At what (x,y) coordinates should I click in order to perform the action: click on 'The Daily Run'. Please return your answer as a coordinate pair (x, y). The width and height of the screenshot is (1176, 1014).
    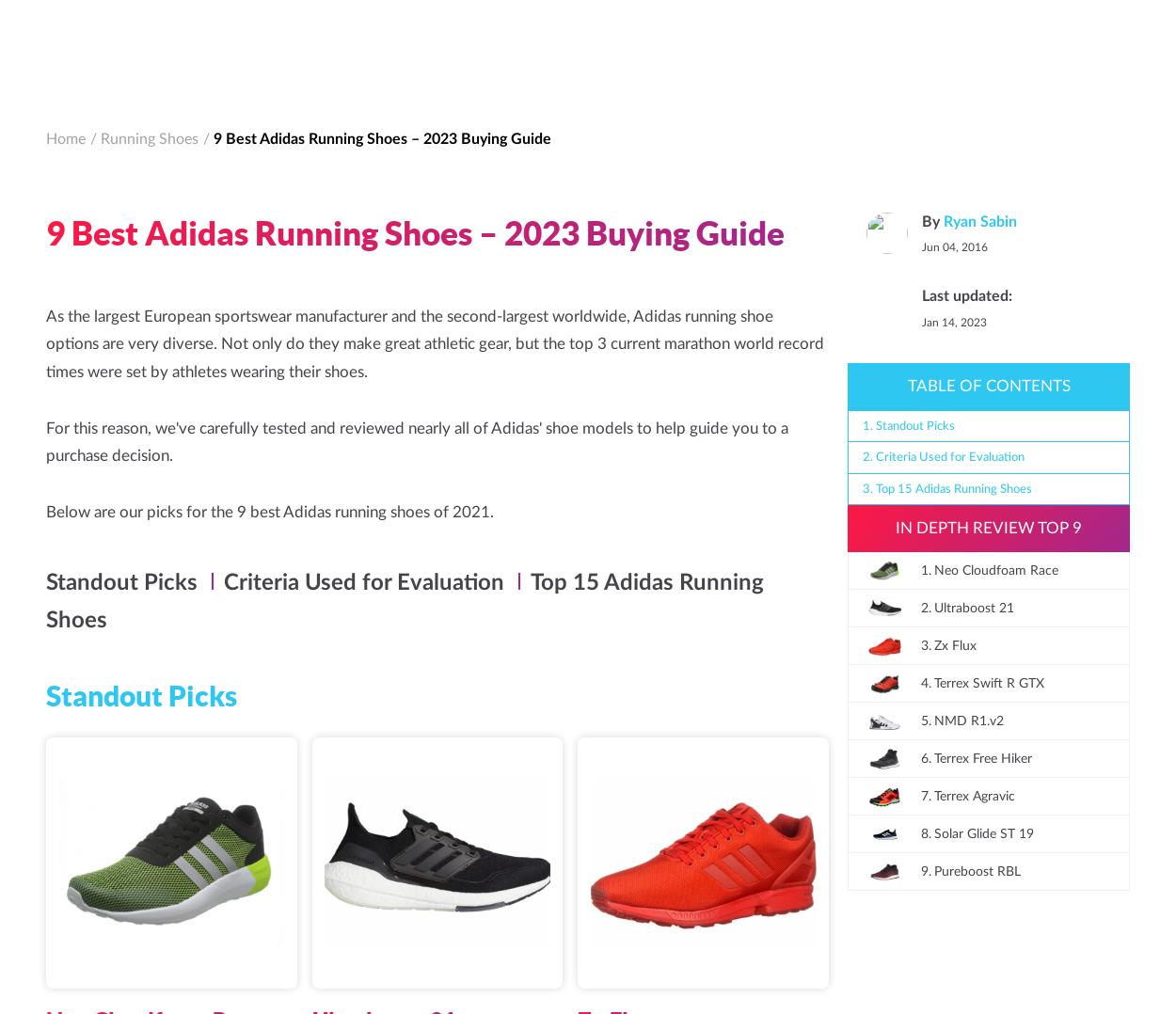
    Looking at the image, I should click on (121, 25).